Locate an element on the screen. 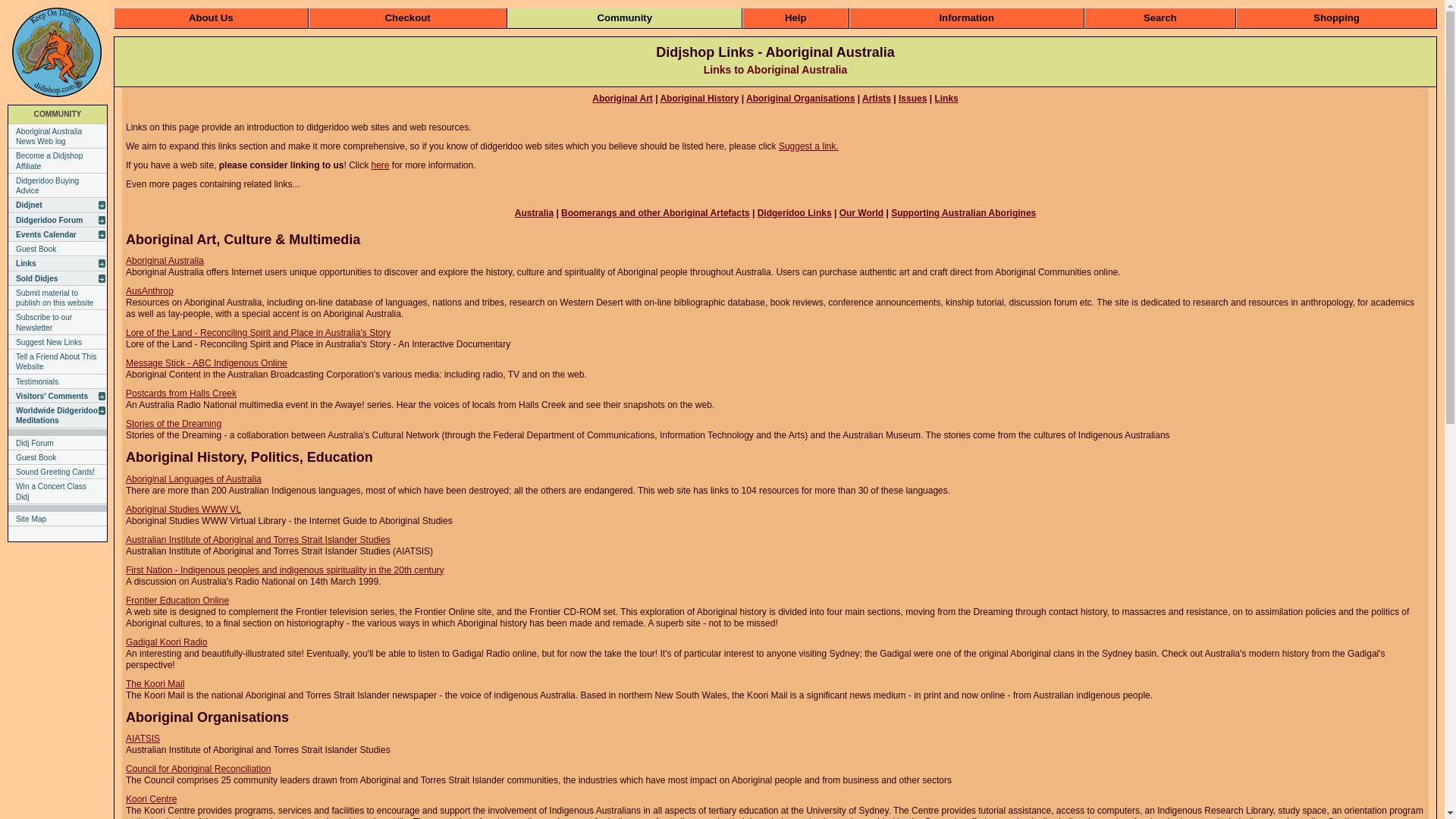 The width and height of the screenshot is (1456, 819). 'Aboriginal Languages of Australia' is located at coordinates (193, 479).